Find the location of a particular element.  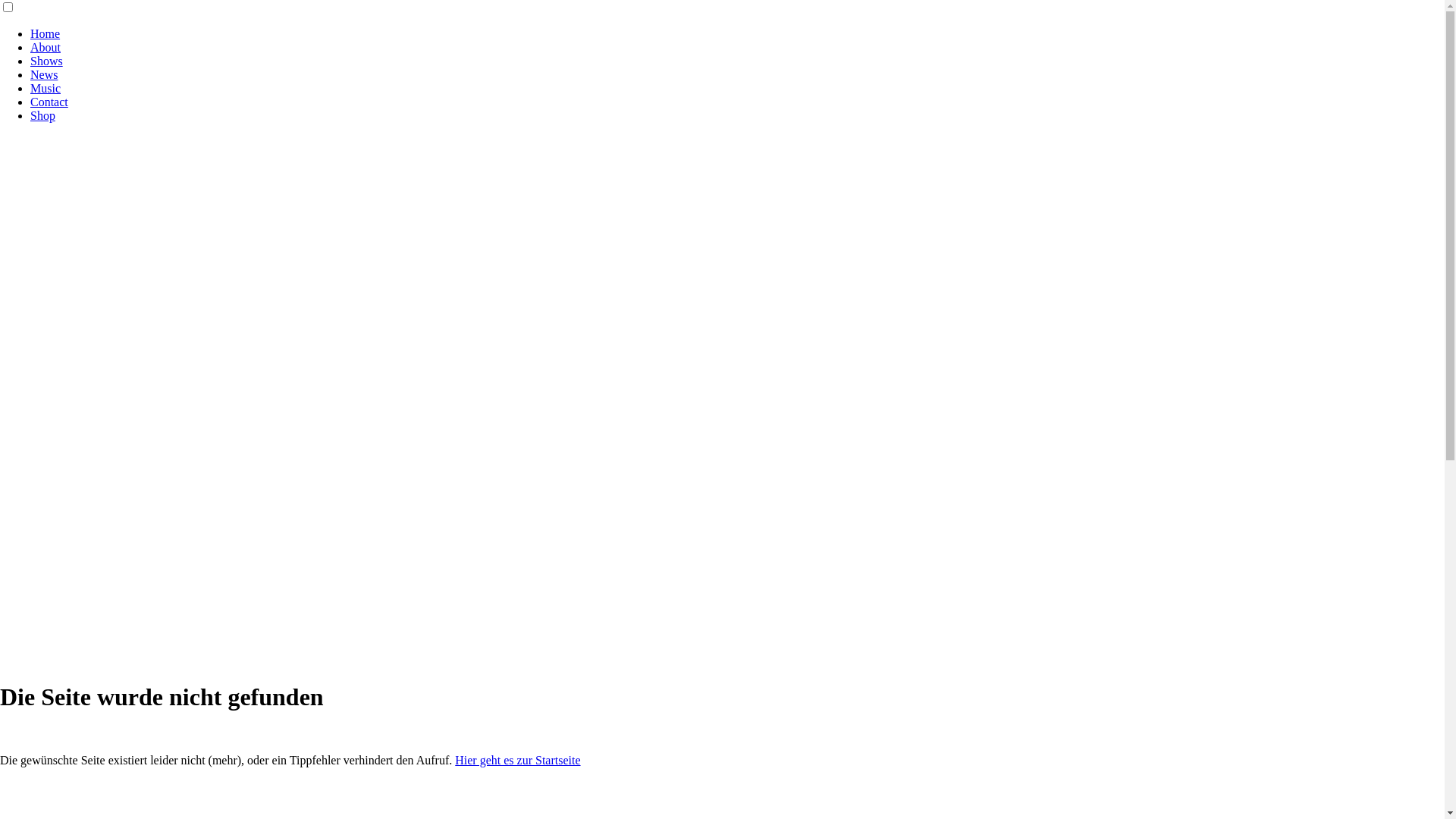

'News' is located at coordinates (43, 74).